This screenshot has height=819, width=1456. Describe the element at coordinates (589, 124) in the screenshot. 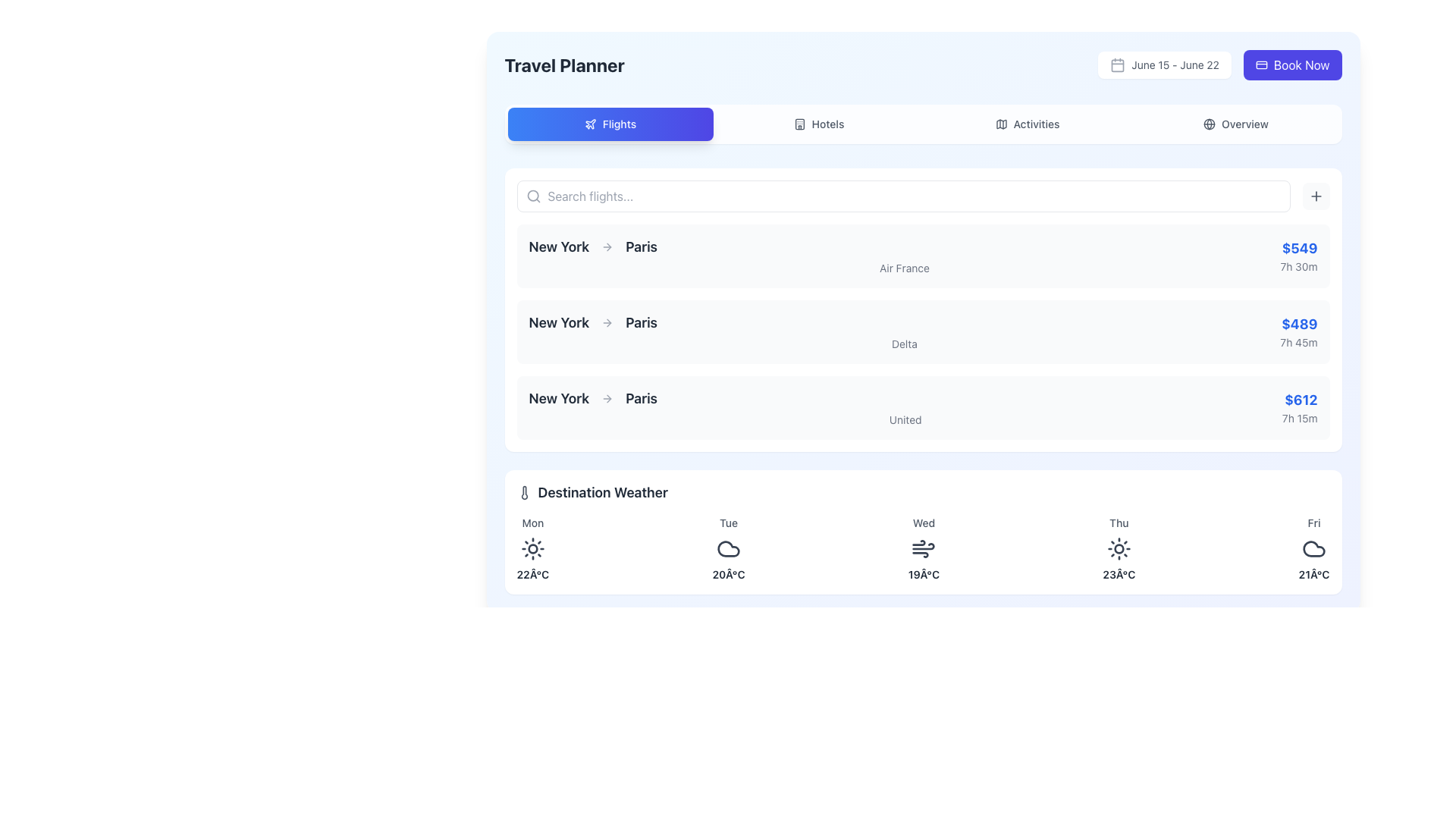

I see `the button containing the plane icon located to the left of the text 'Flights', which is positioned in the menu bar at the top of the interface` at that location.